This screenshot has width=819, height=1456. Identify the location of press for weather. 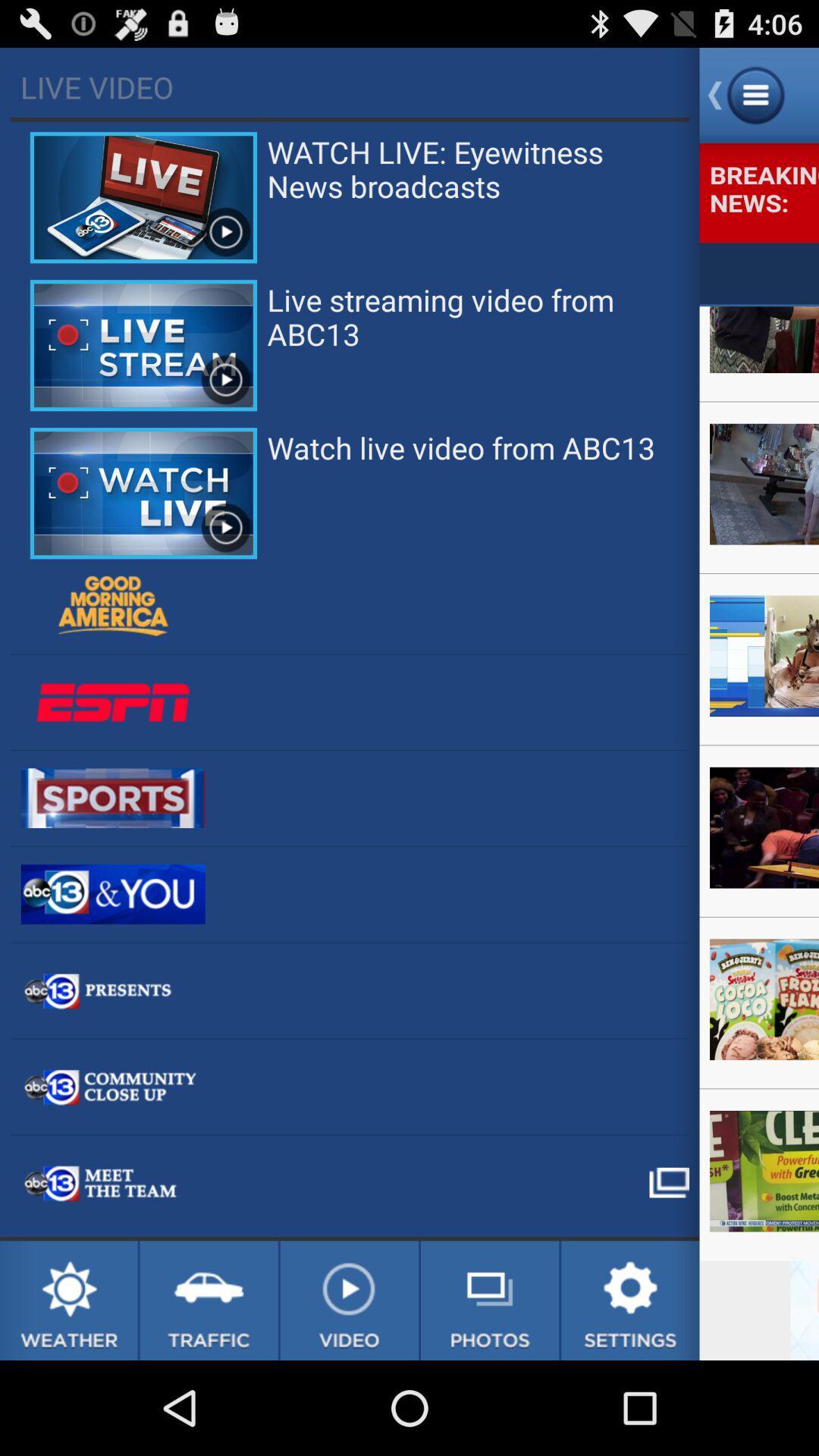
(68, 1300).